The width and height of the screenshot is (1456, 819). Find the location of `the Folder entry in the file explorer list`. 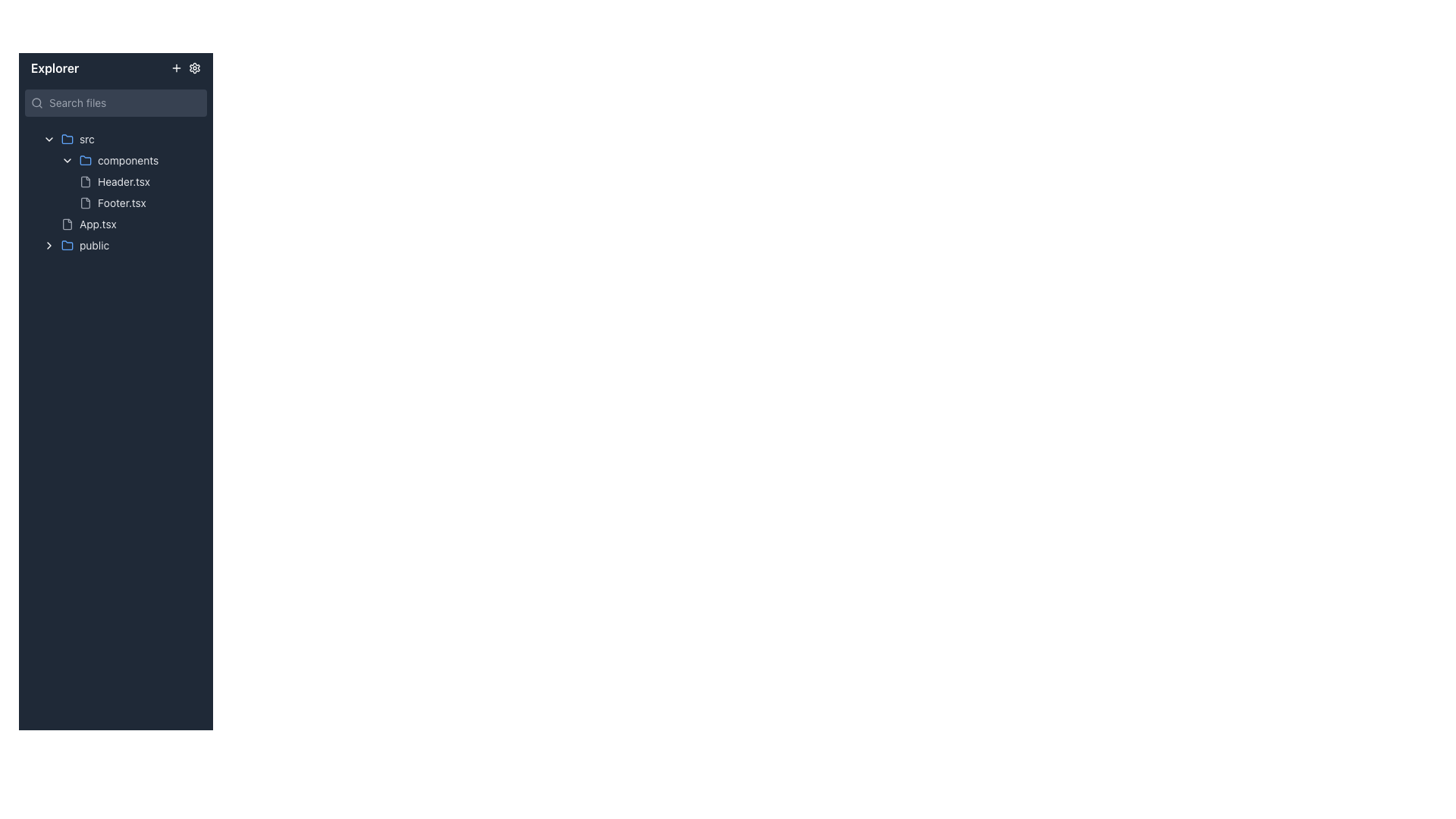

the Folder entry in the file explorer list is located at coordinates (122, 245).